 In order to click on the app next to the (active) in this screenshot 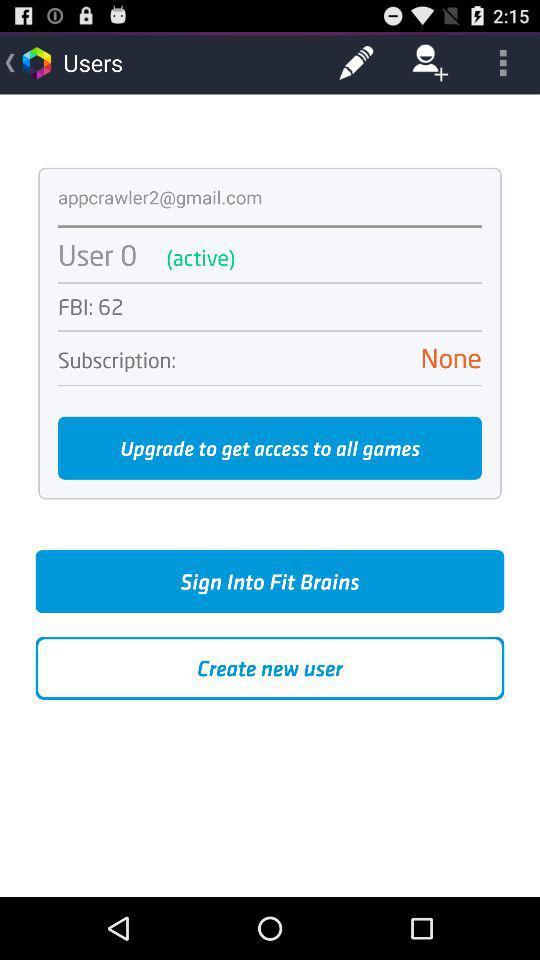, I will do `click(96, 254)`.